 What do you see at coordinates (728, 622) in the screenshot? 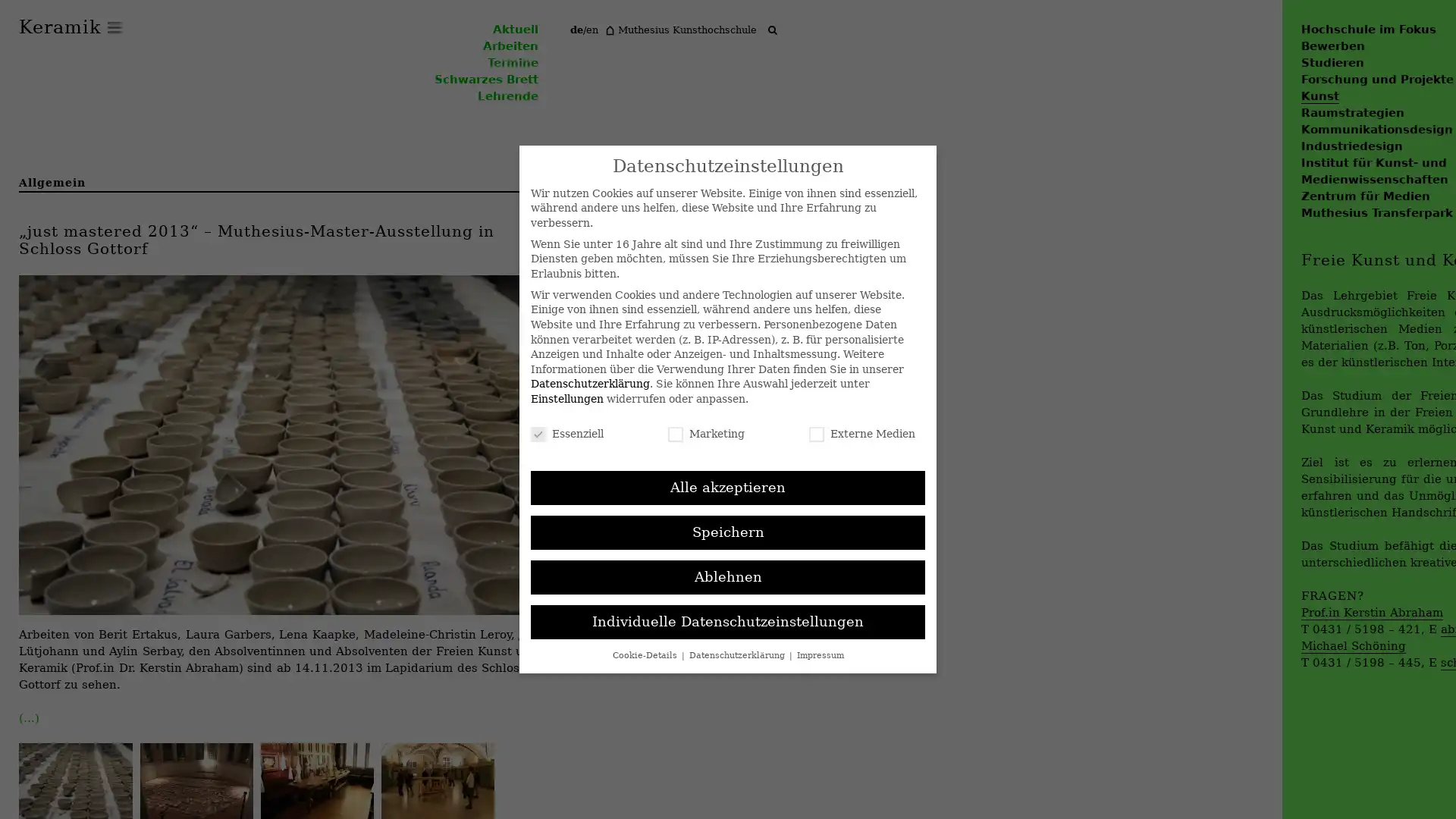
I see `Individuelle Datenschutzeinstellungen` at bounding box center [728, 622].